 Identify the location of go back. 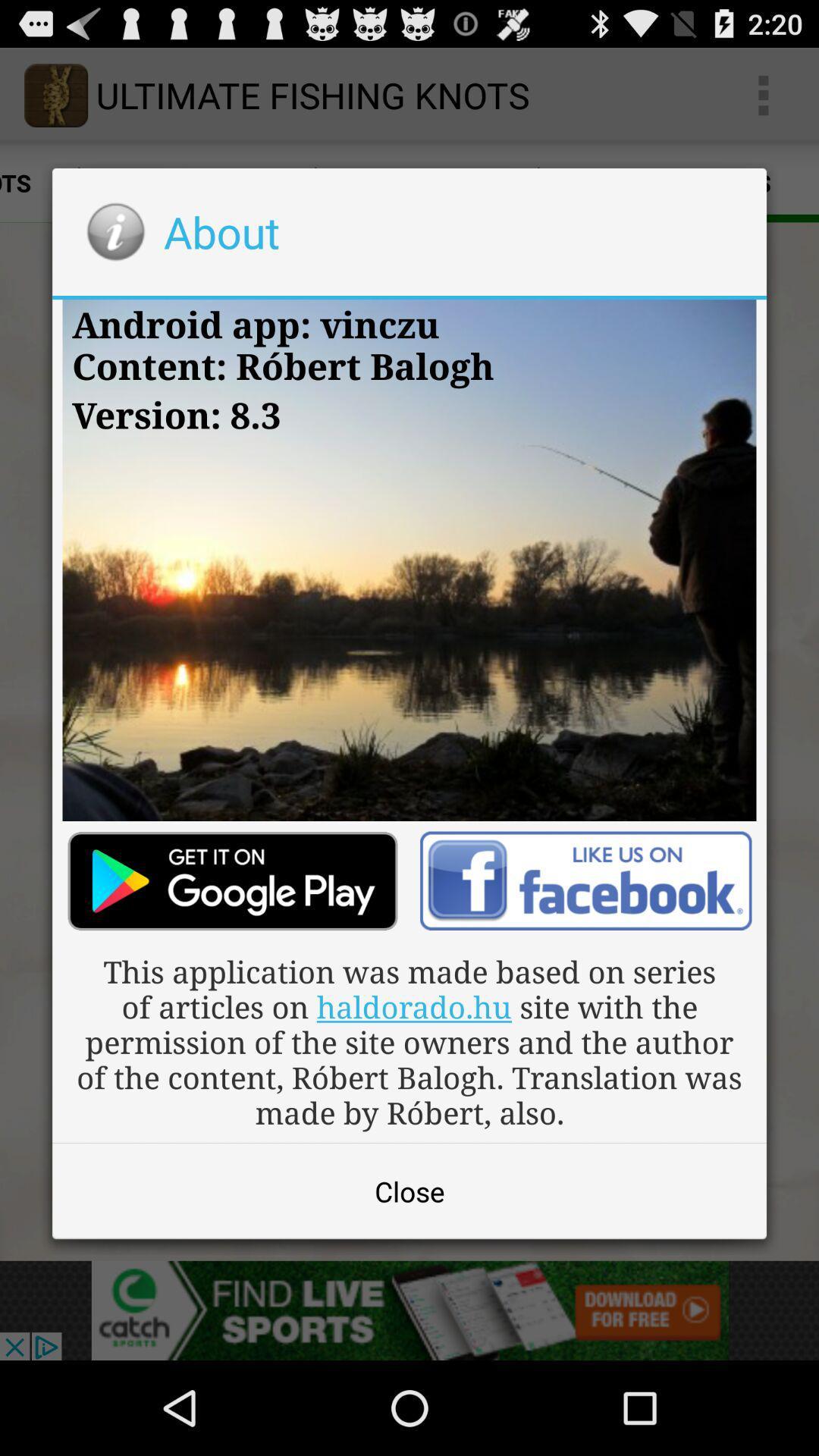
(585, 880).